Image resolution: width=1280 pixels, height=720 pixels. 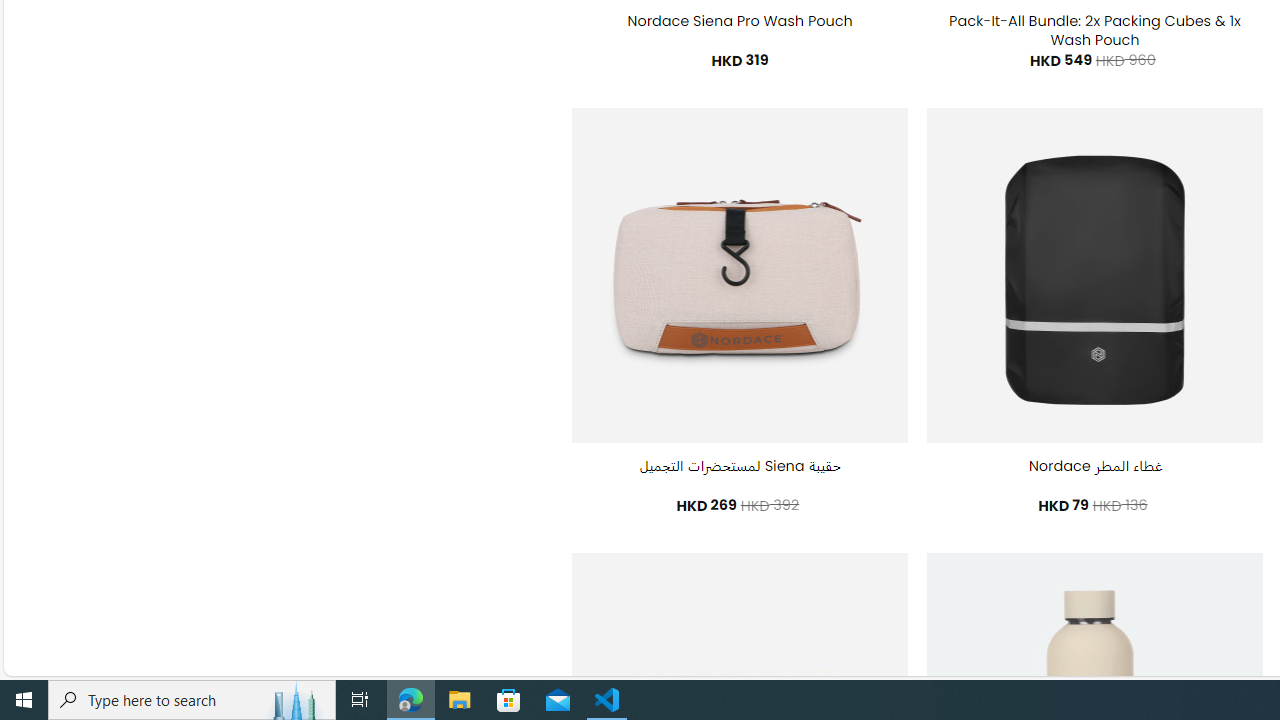 What do you see at coordinates (1094, 30) in the screenshot?
I see `'Pack-It-All Bundle: 2x Packing Cubes & 1x Wash Pouch'` at bounding box center [1094, 30].